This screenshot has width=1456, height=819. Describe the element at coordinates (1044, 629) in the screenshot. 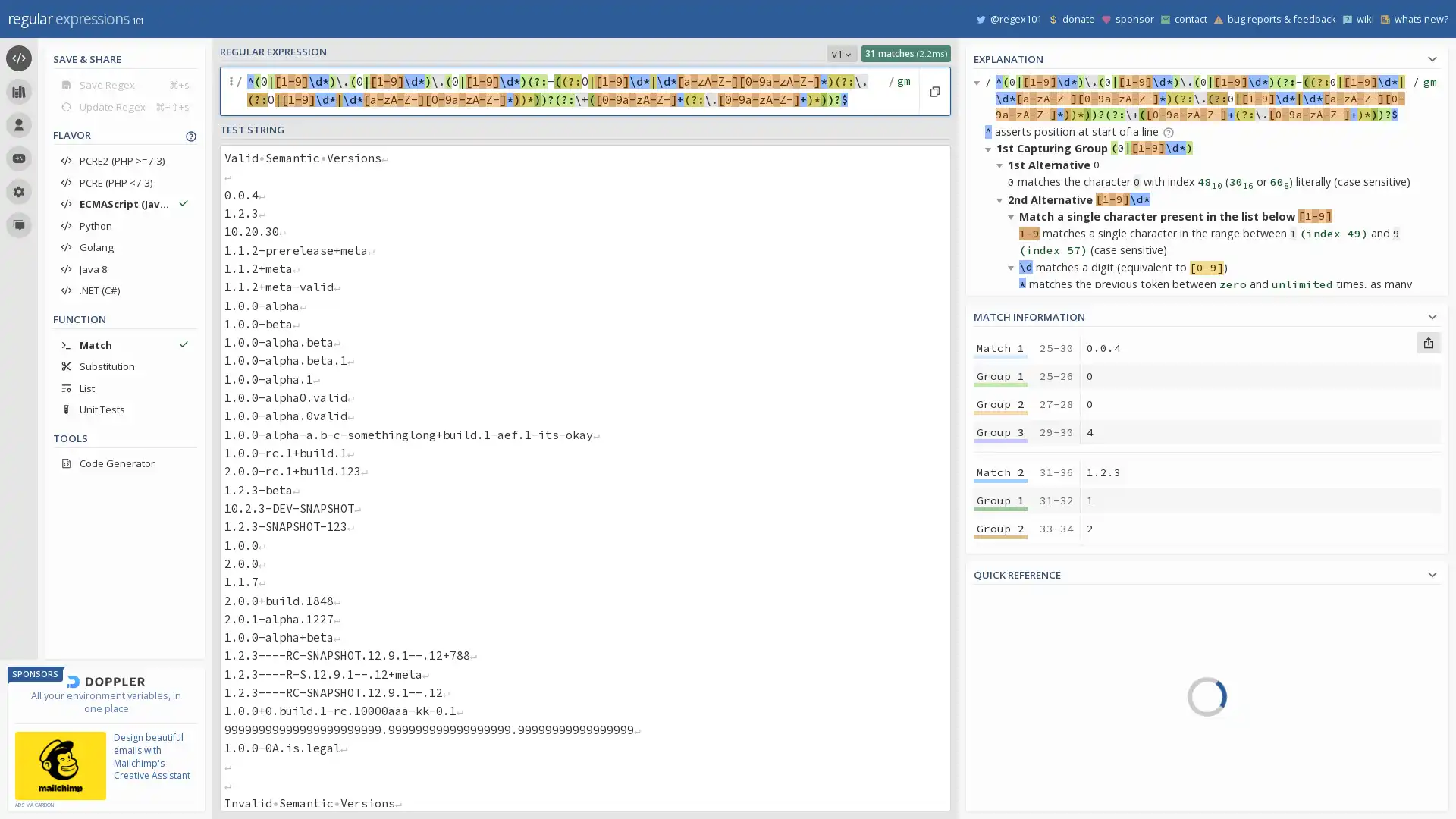

I see `All Tokens` at that location.